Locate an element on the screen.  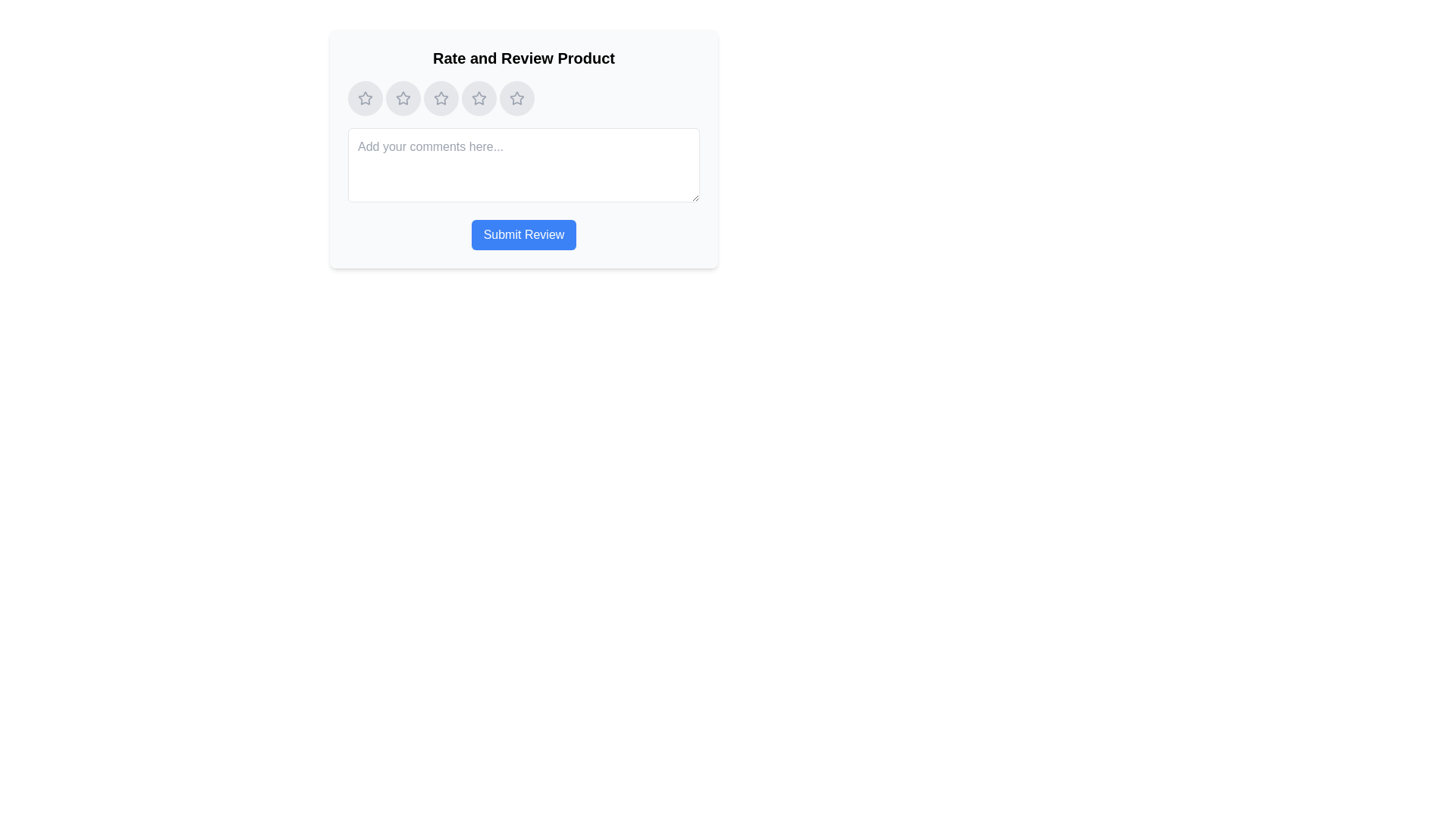
the second star-shaped rating icon with a gray outline is located at coordinates (403, 99).